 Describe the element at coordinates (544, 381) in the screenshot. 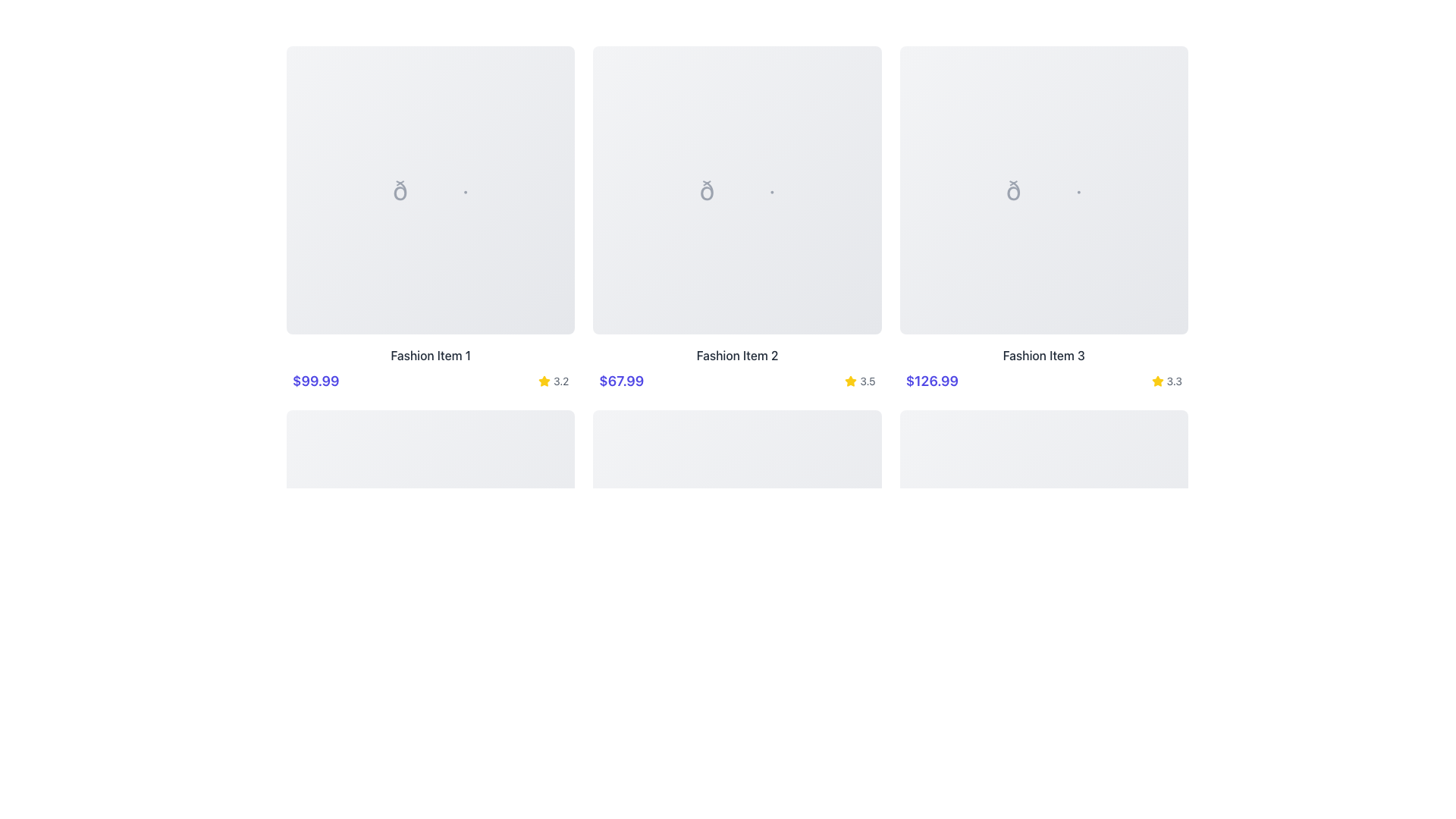

I see `the small, yellow, star-shaped icon next to the text '3.2', which represents a rating system and indicates an active state` at that location.